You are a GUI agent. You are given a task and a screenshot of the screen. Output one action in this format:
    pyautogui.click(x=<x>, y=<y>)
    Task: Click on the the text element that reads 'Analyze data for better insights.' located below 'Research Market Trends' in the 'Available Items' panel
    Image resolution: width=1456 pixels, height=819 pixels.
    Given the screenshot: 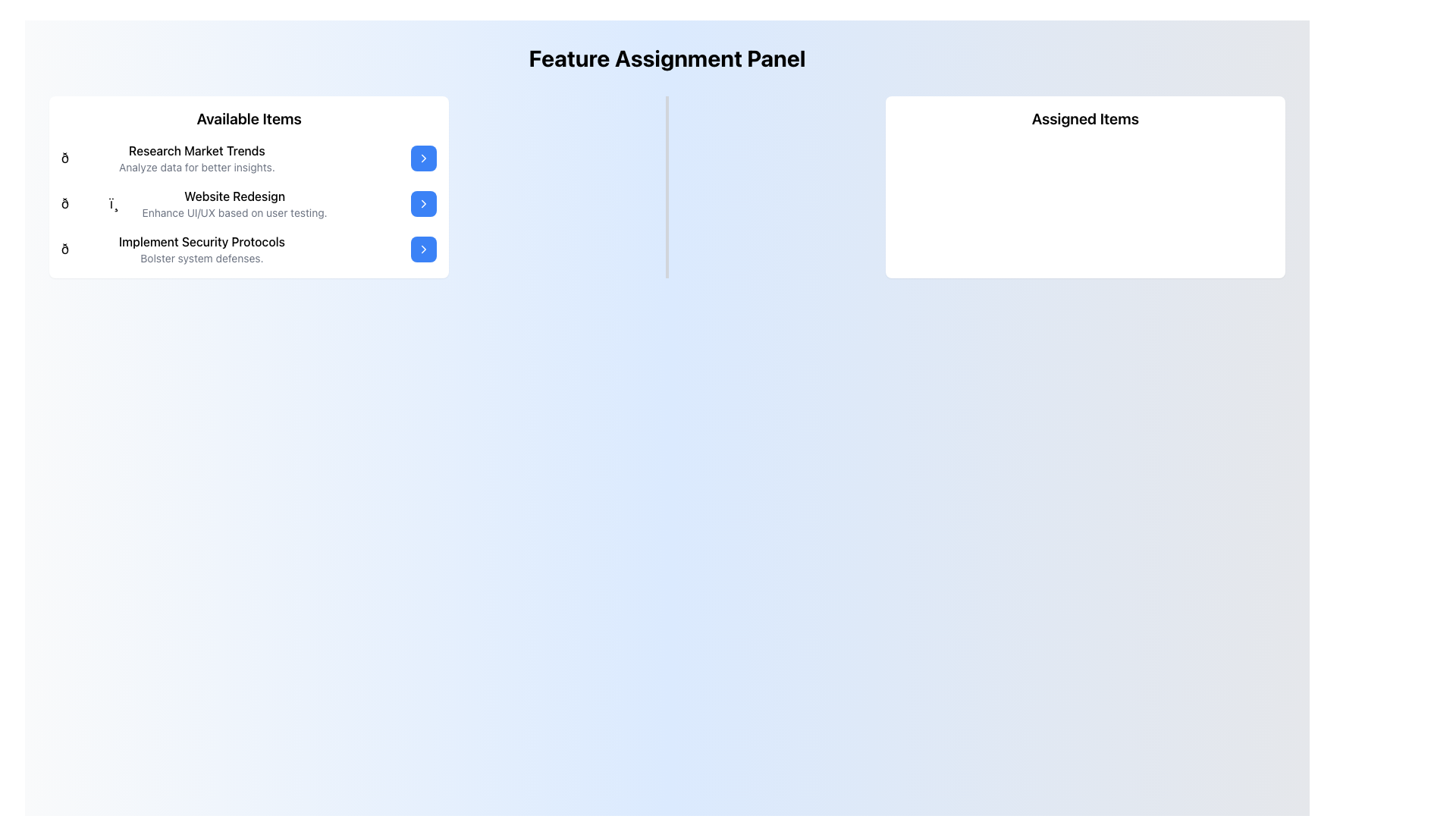 What is the action you would take?
    pyautogui.click(x=196, y=167)
    